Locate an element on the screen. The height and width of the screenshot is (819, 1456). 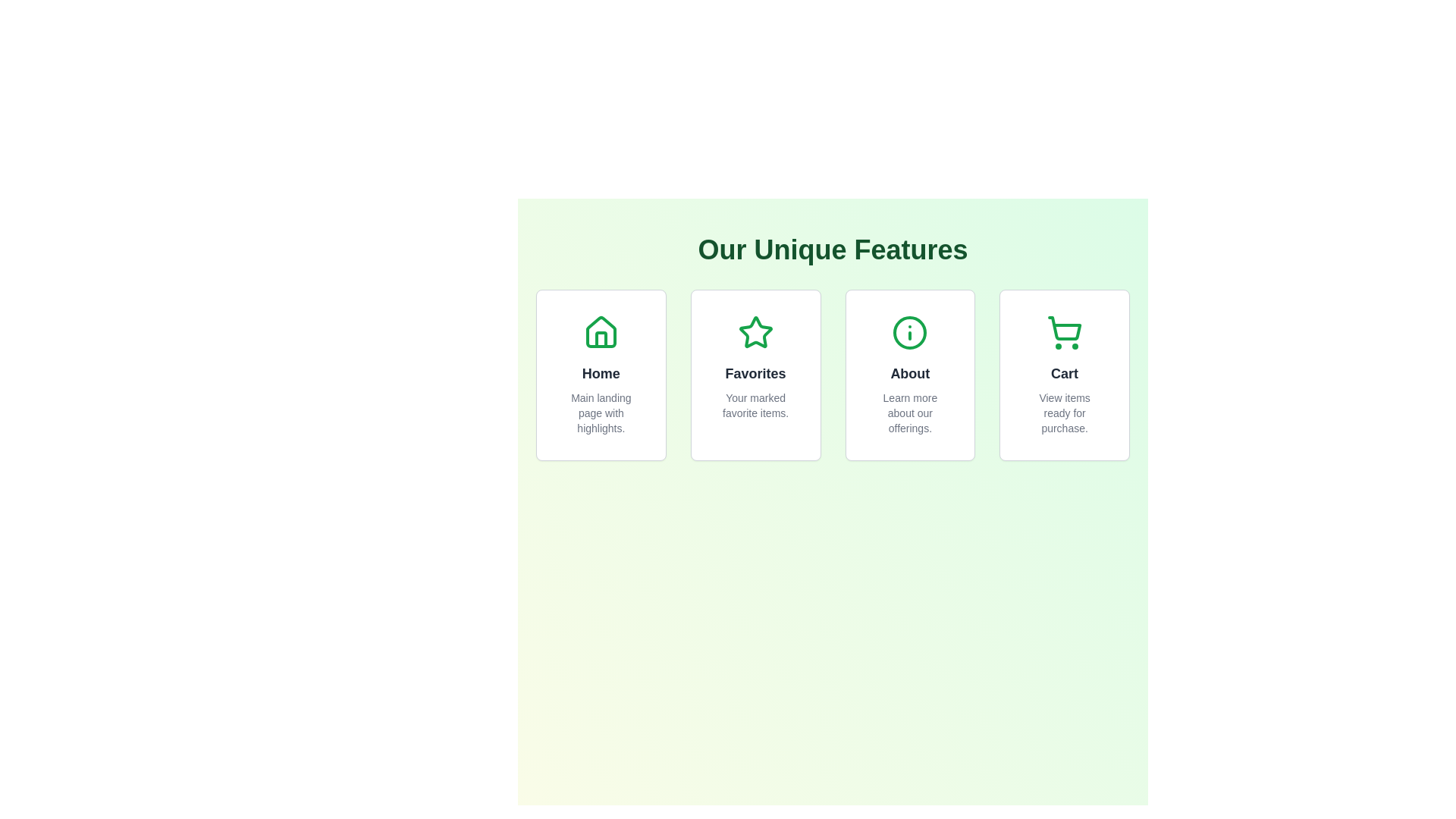
the text label that reads 'Main landing page with highlights.' within the 'Home' card, which is styled in a small, centered font and light gray color is located at coordinates (600, 413).